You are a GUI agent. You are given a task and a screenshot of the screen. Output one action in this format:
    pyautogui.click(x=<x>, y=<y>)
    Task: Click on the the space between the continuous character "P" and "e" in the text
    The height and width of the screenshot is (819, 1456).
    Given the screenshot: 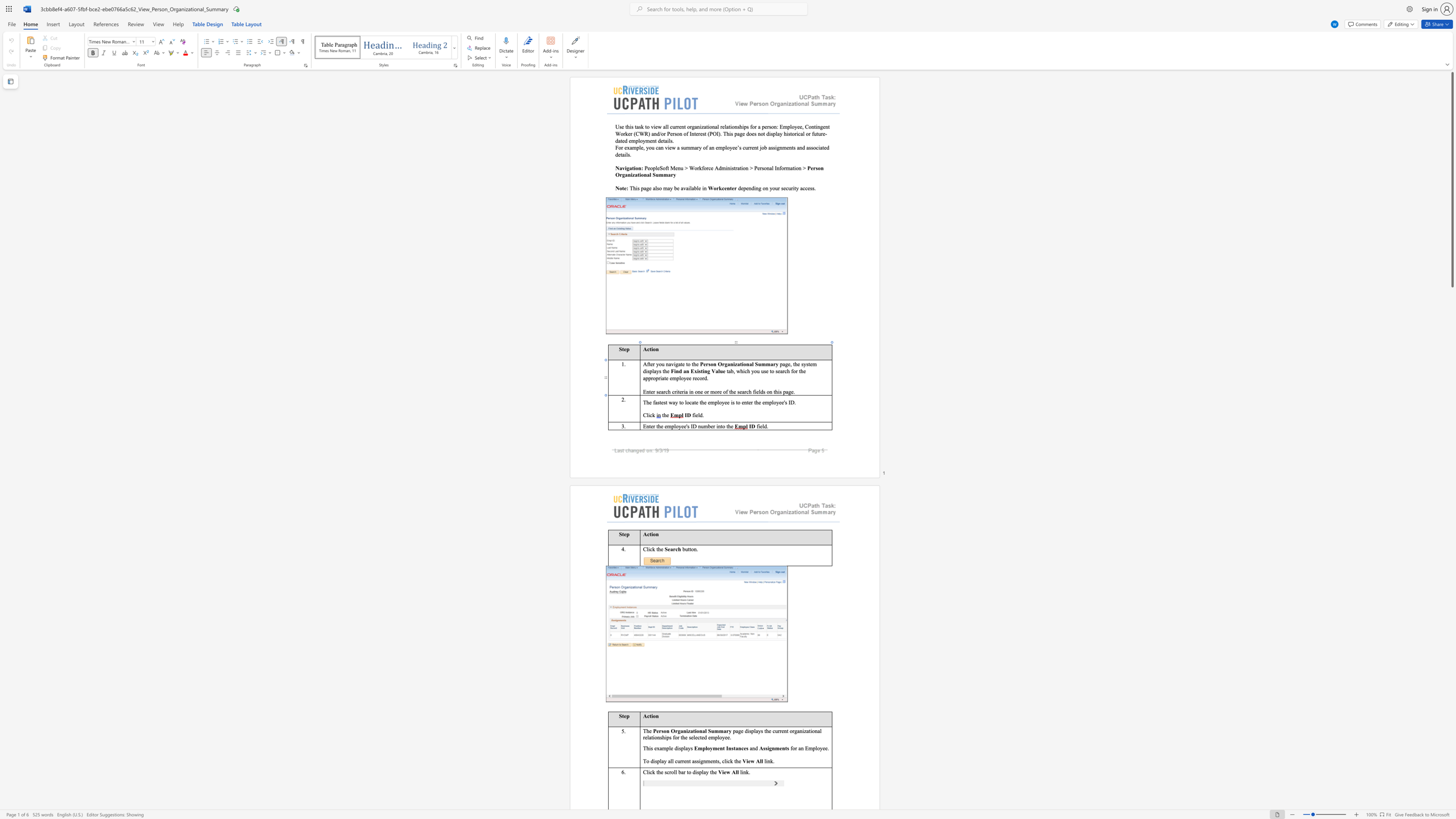 What is the action you would take?
    pyautogui.click(x=656, y=731)
    